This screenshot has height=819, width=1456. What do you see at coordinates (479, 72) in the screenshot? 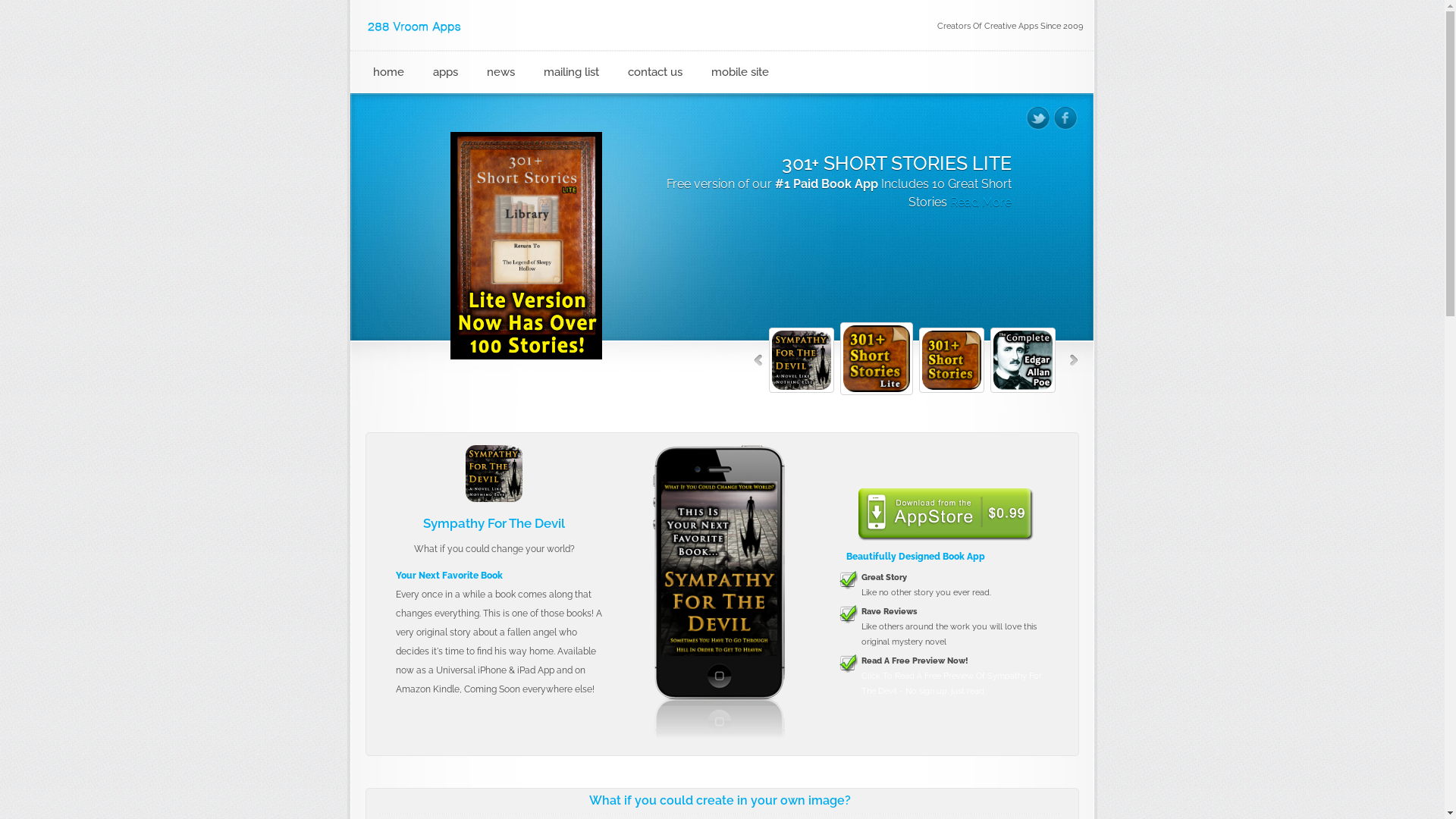
I see `'news'` at bounding box center [479, 72].